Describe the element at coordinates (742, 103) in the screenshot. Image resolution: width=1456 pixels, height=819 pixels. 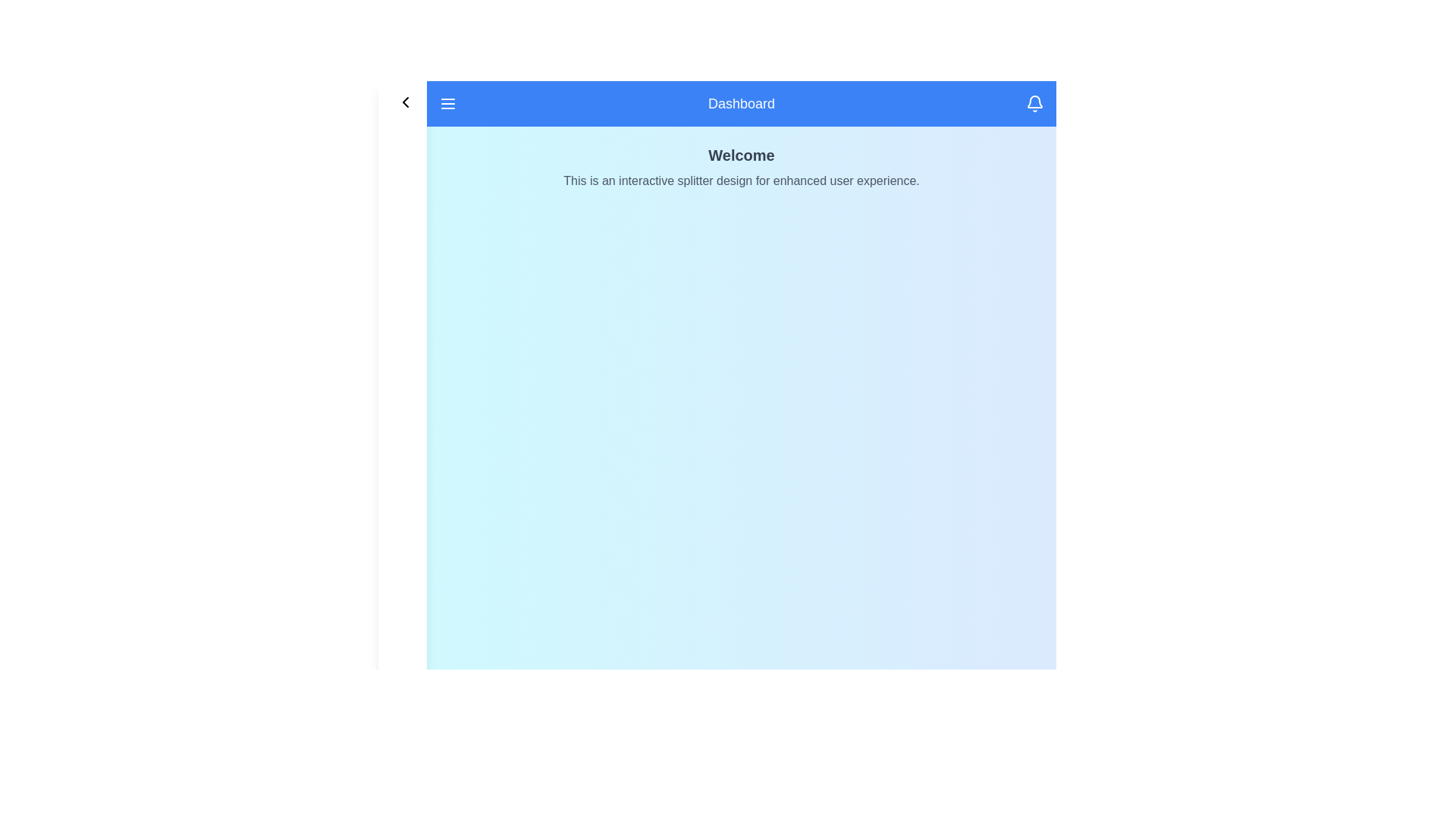
I see `text displayed in the Static Text element labeled 'Dashboard', which is centrally located within the blue header bar` at that location.